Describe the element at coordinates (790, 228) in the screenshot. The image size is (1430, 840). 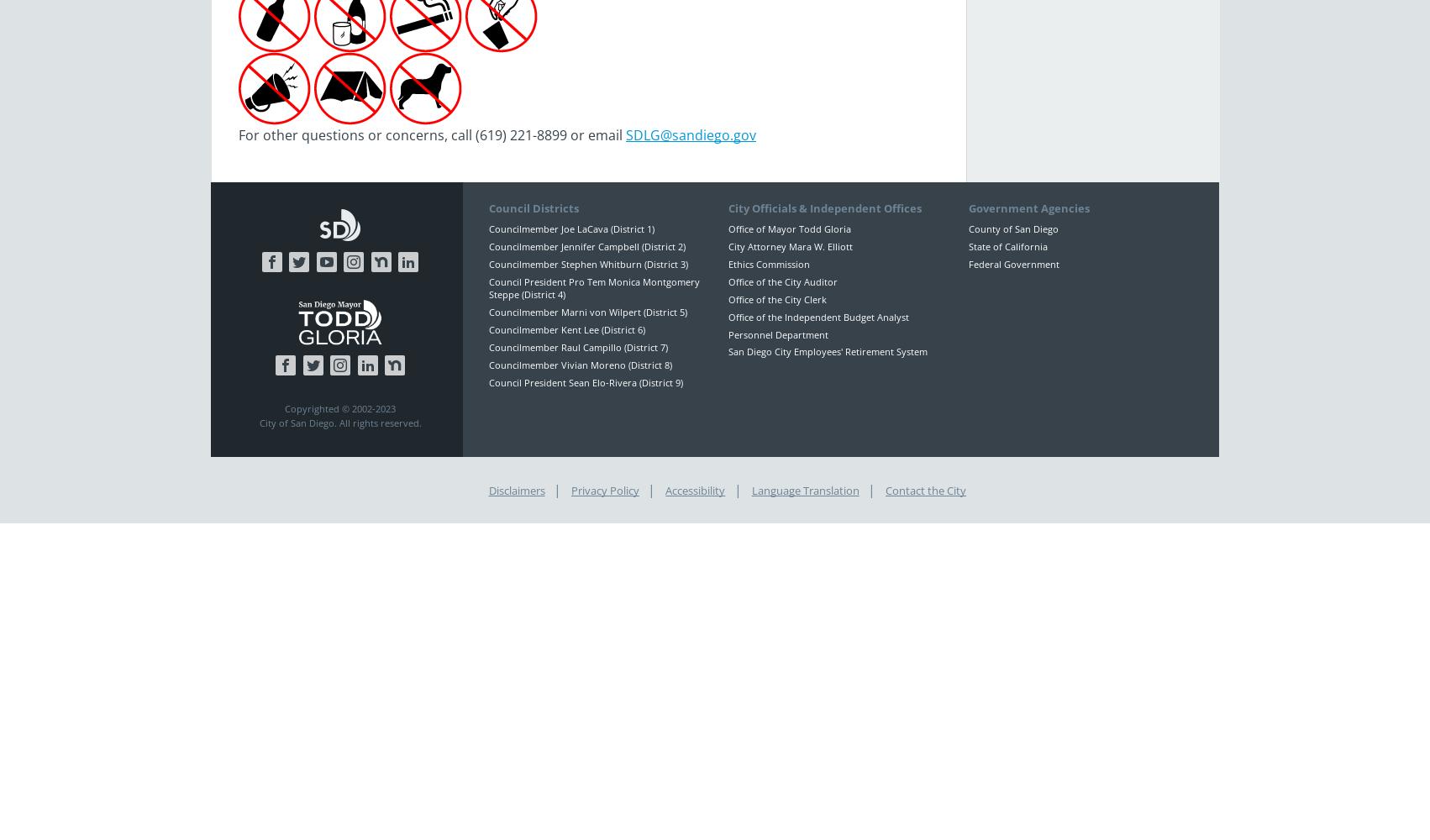
I see `'Office of Mayor Todd Gloria'` at that location.